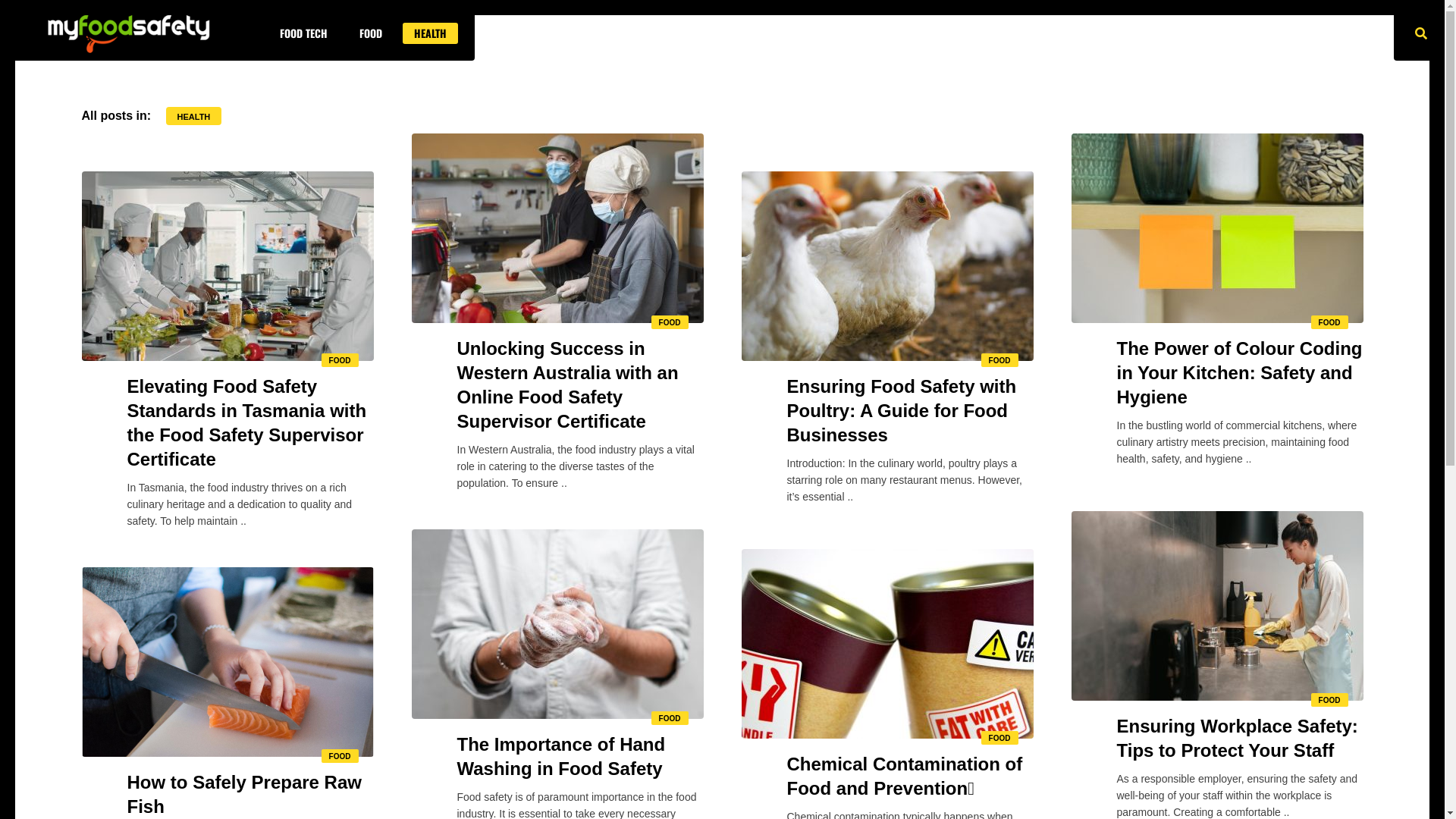 The height and width of the screenshot is (819, 1456). What do you see at coordinates (339, 756) in the screenshot?
I see `'FOOD'` at bounding box center [339, 756].